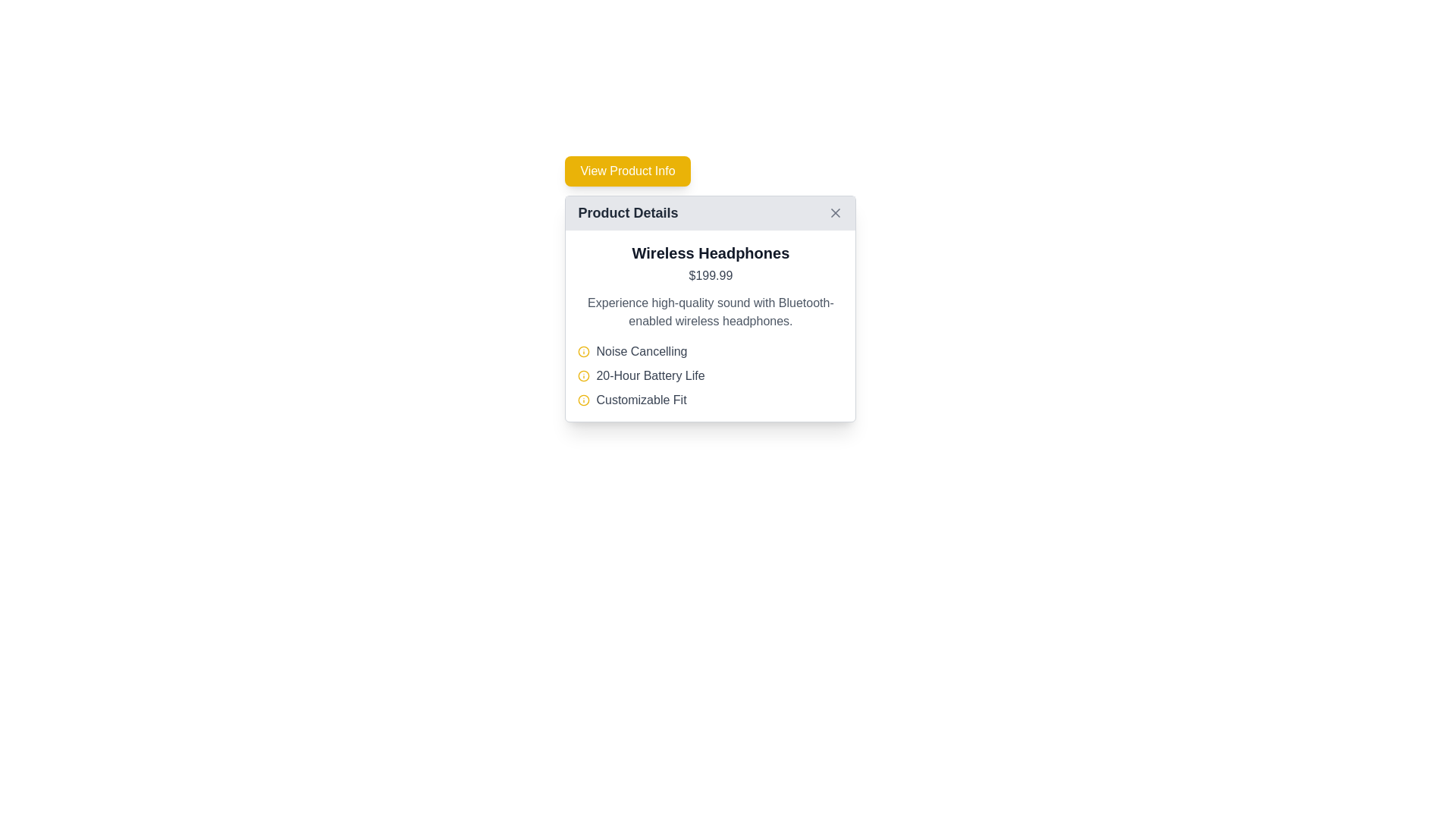  Describe the element at coordinates (835, 213) in the screenshot. I see `the close icon represented by an 'X' shape in the top-right corner of the 'Product Details' header bar` at that location.